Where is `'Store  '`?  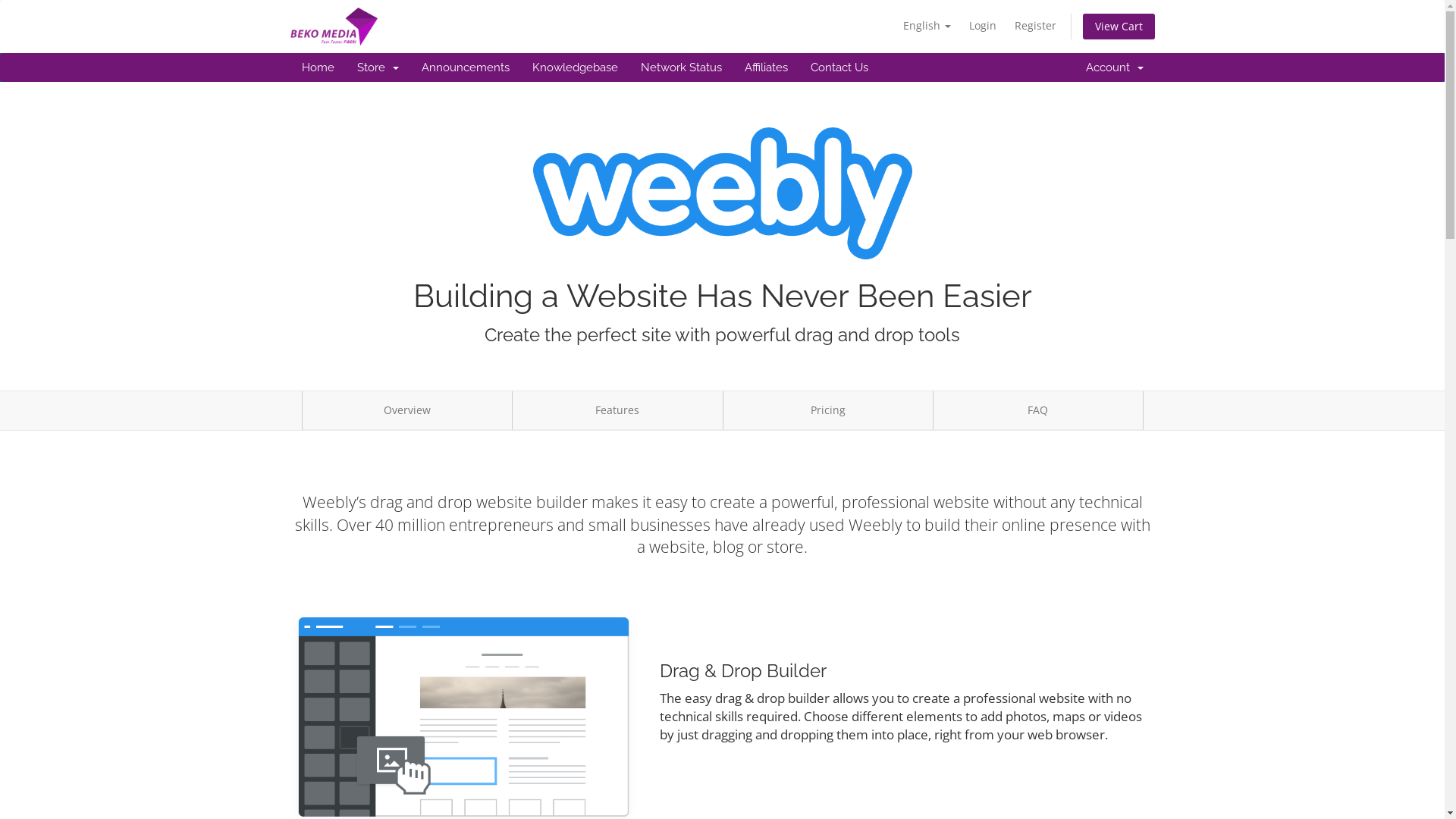 'Store  ' is located at coordinates (378, 66).